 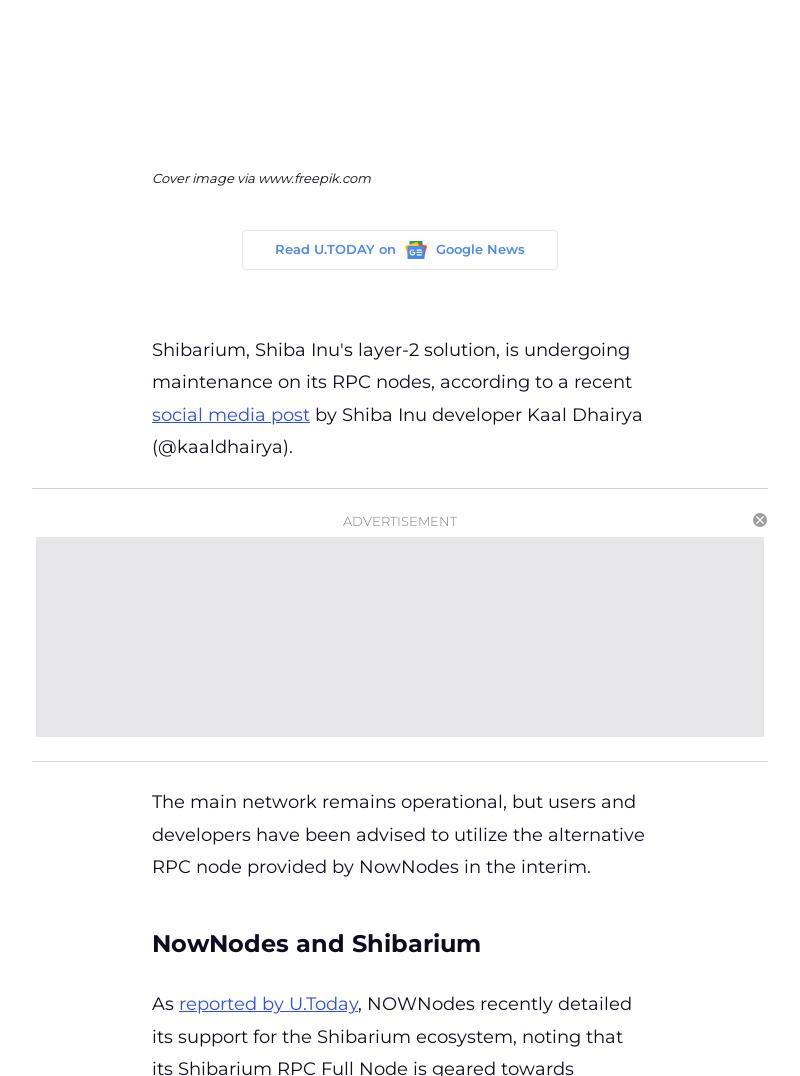 I want to click on 'The main network remains operational, but users and developers have been advised to utilize the alternative RPC node provided by NowNodes in the interim.', so click(x=397, y=833).